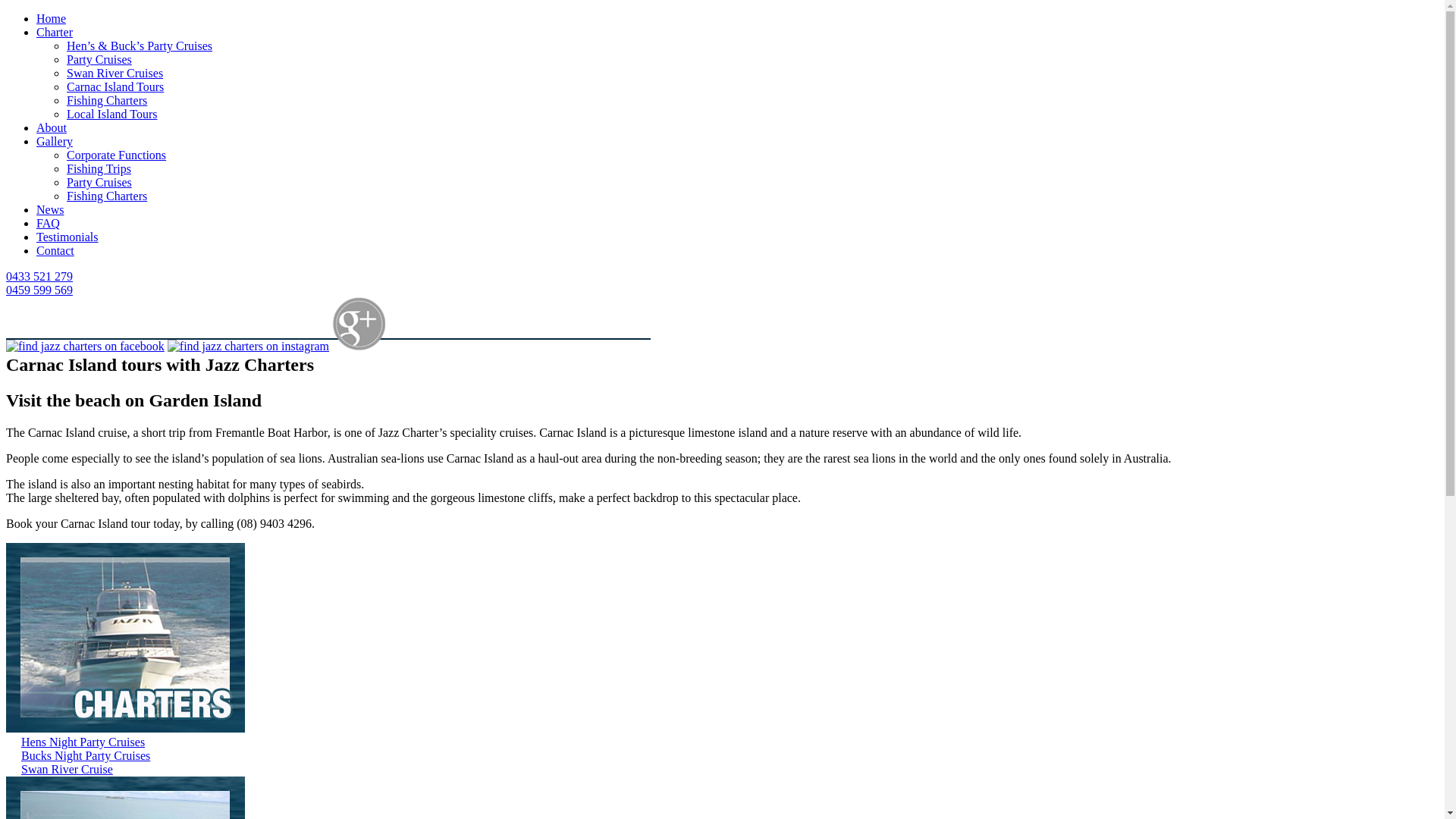 This screenshot has width=1456, height=819. Describe the element at coordinates (36, 18) in the screenshot. I see `'Home'` at that location.